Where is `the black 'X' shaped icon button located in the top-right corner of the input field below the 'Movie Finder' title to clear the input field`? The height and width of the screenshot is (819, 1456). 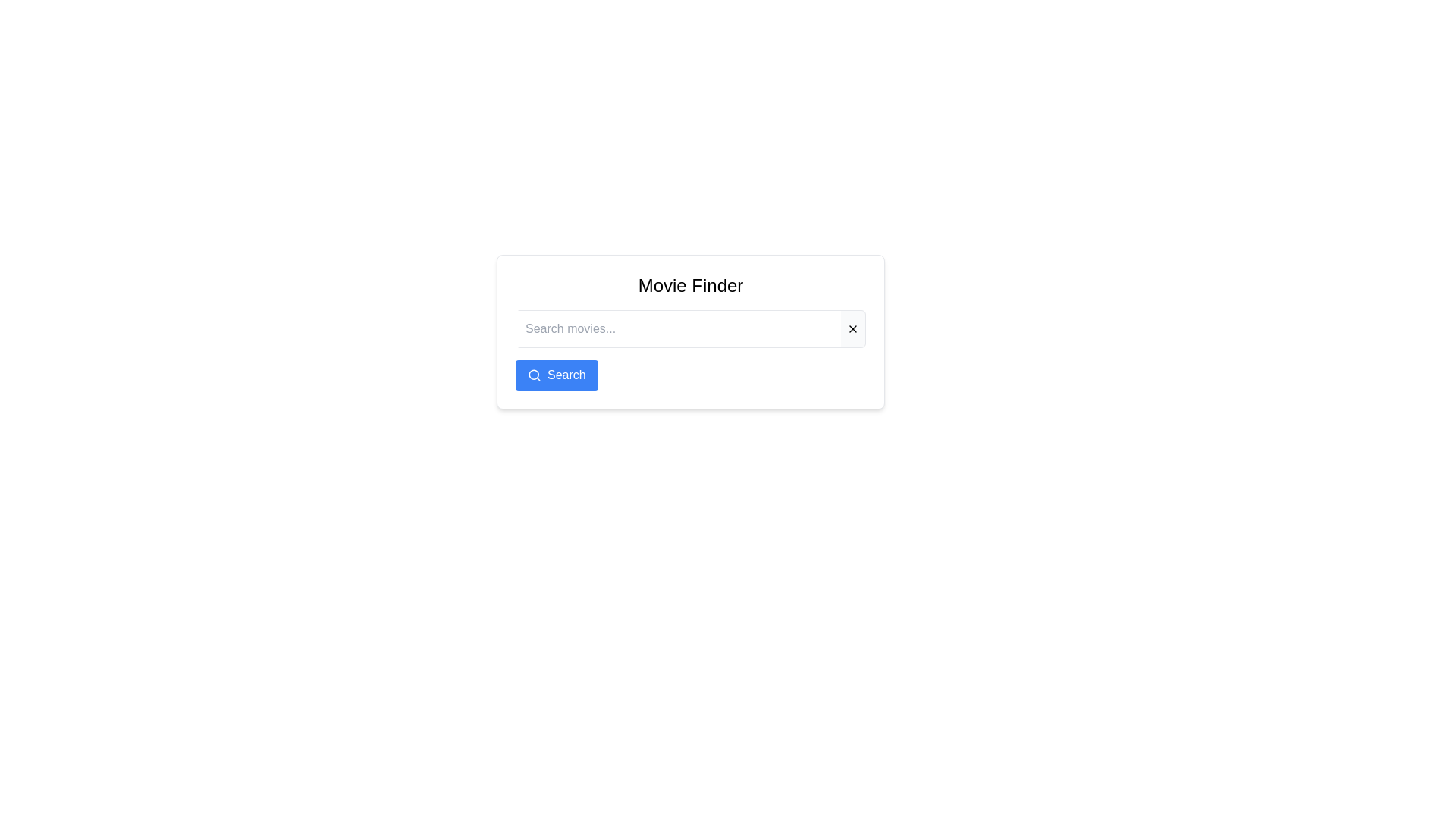
the black 'X' shaped icon button located in the top-right corner of the input field below the 'Movie Finder' title to clear the input field is located at coordinates (852, 328).